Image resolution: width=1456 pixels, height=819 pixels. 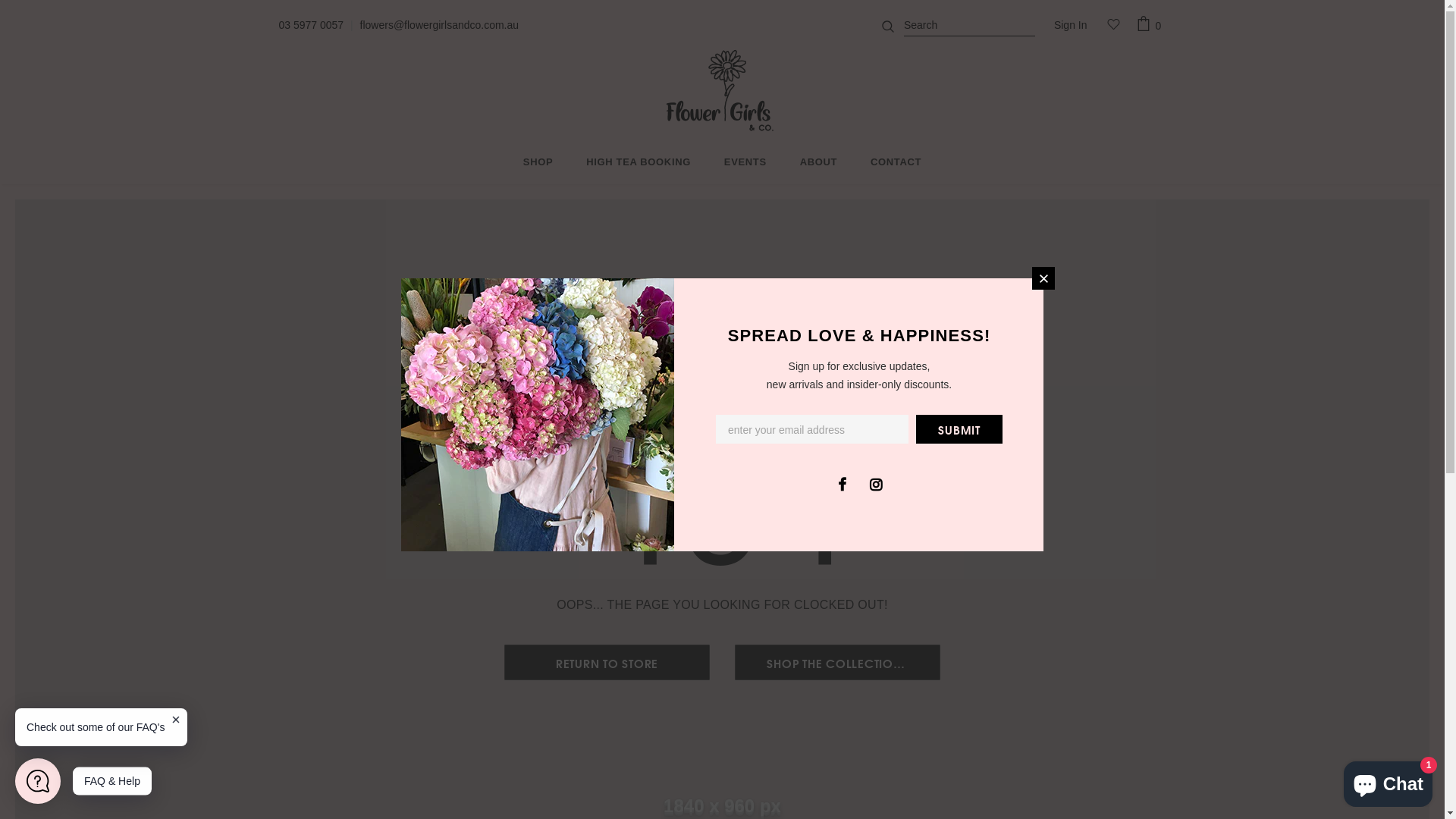 What do you see at coordinates (836, 662) in the screenshot?
I see `'SHOP THE COLLECTIONS'` at bounding box center [836, 662].